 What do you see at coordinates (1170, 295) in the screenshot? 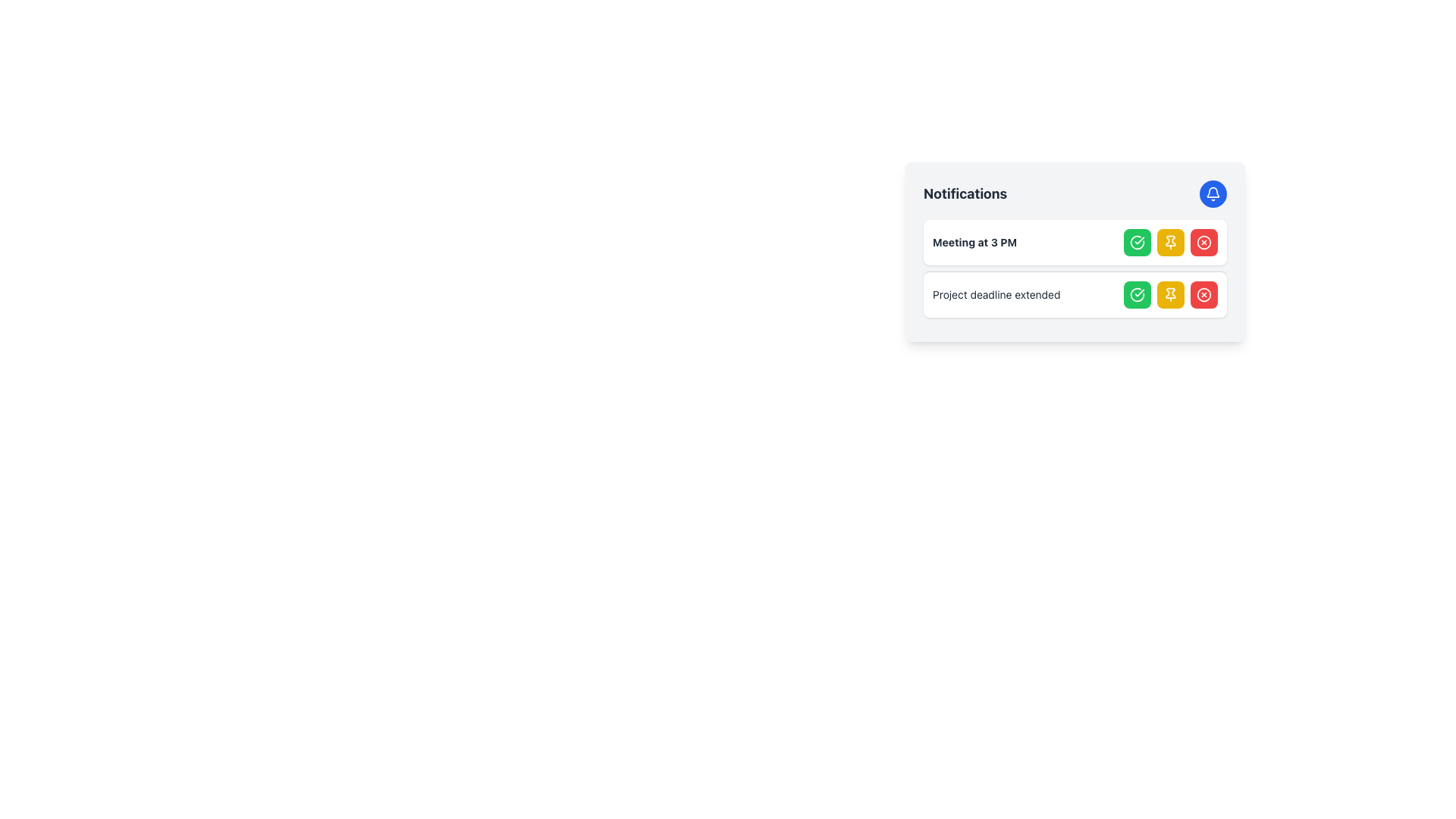
I see `the pin icon button located to the right of the 'Meeting at 3 PM' notification` at bounding box center [1170, 295].